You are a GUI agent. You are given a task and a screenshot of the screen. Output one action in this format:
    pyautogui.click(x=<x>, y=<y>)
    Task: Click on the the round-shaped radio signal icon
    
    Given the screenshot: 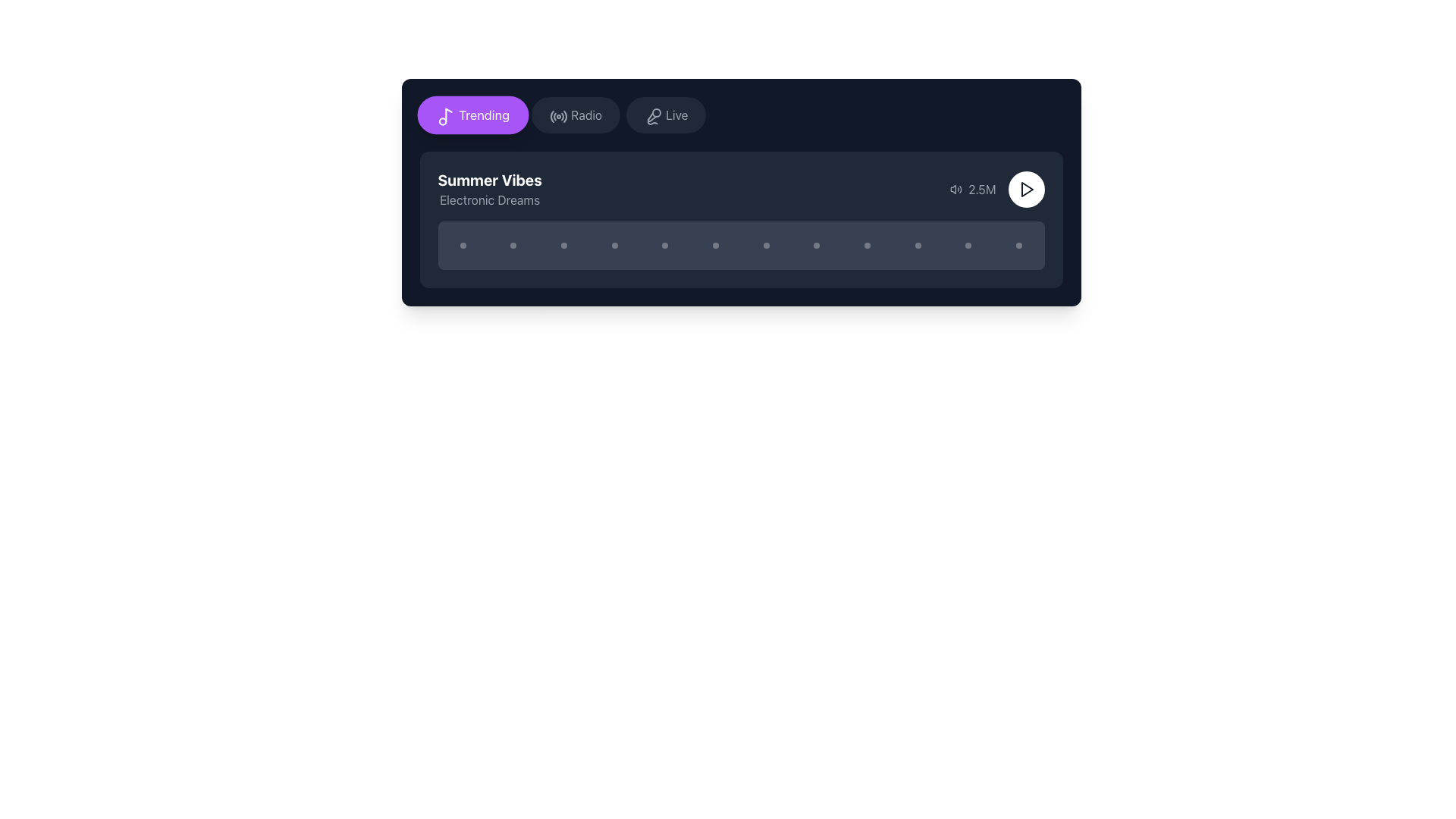 What is the action you would take?
    pyautogui.click(x=557, y=114)
    